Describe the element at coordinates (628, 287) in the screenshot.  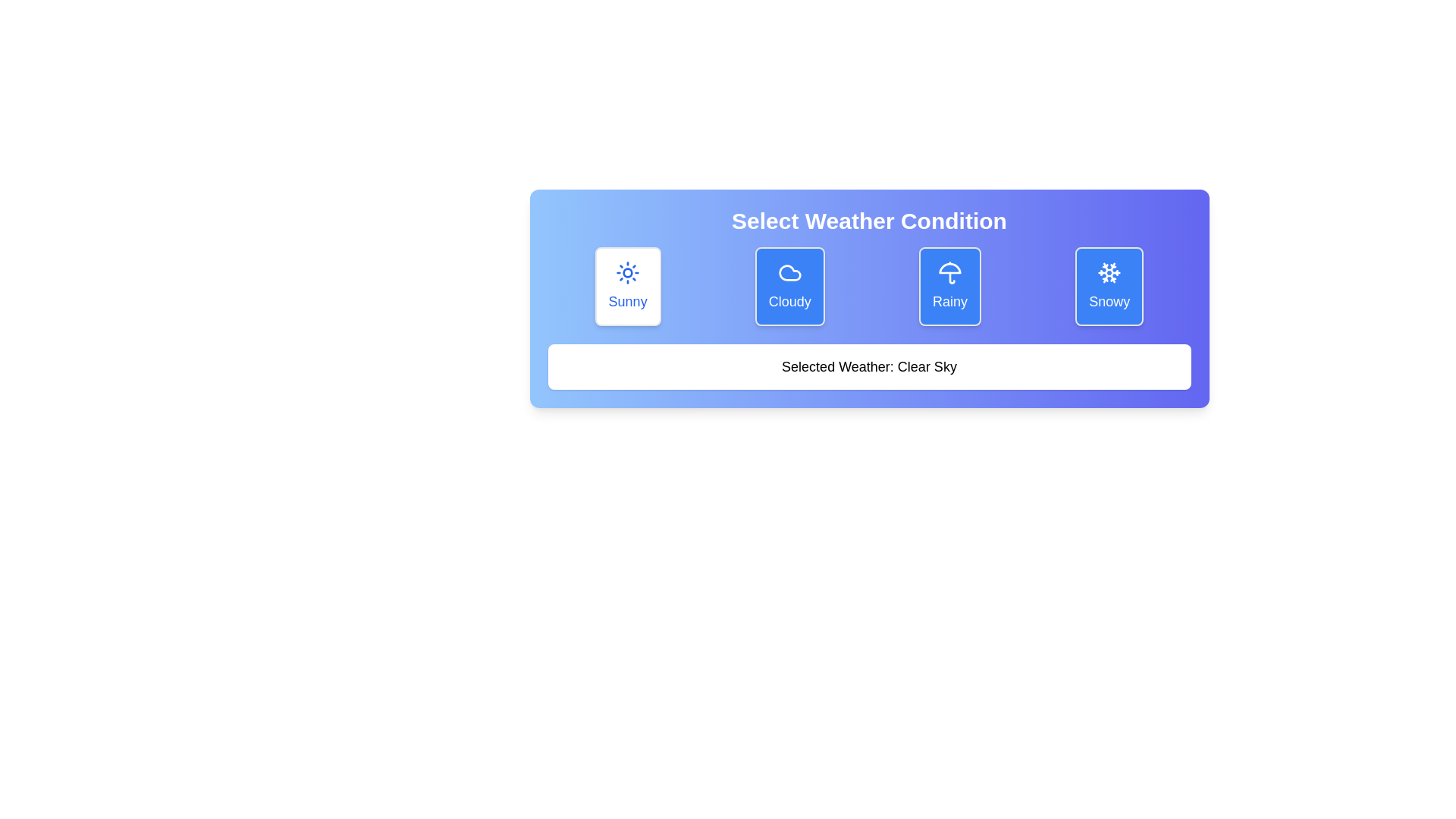
I see `the 'Sunny' button, which is the first button in the horizontal list of weather options, featuring a sun icon and a blue border` at that location.